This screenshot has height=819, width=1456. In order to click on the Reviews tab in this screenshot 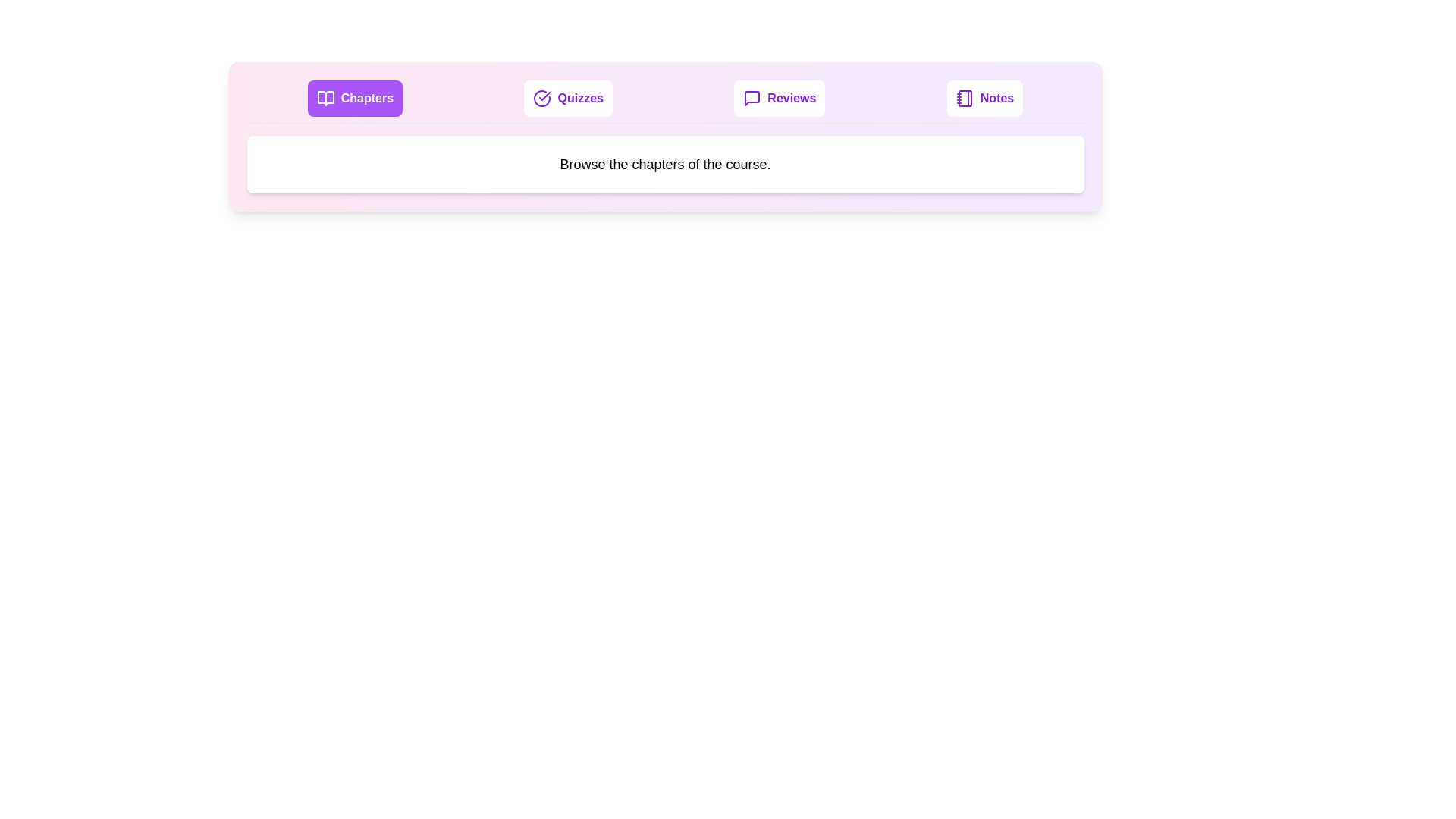, I will do `click(779, 99)`.